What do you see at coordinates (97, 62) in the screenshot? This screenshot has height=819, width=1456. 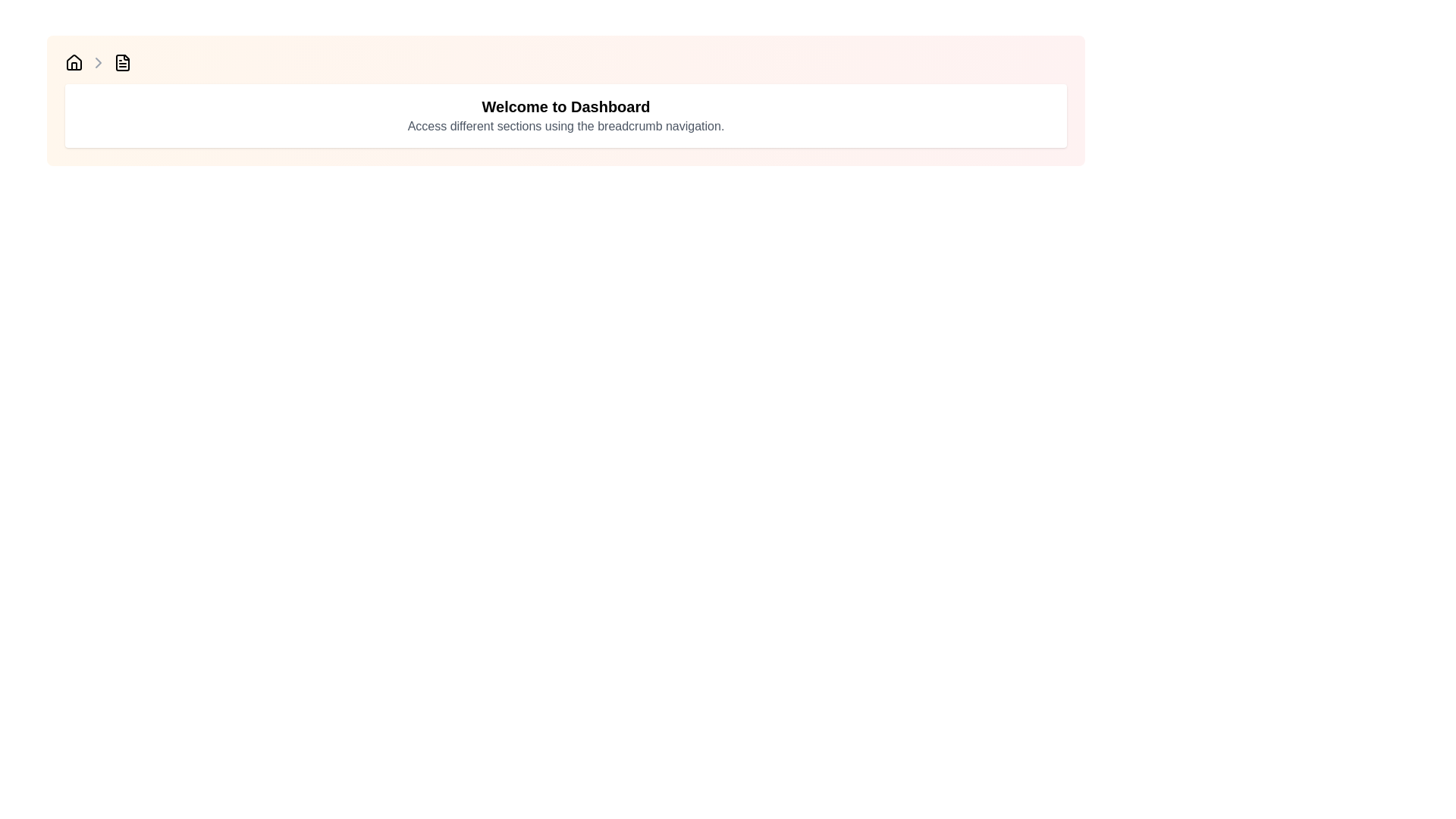 I see `the right-facing chevron icon, which is gray and styled with a line stroke` at bounding box center [97, 62].